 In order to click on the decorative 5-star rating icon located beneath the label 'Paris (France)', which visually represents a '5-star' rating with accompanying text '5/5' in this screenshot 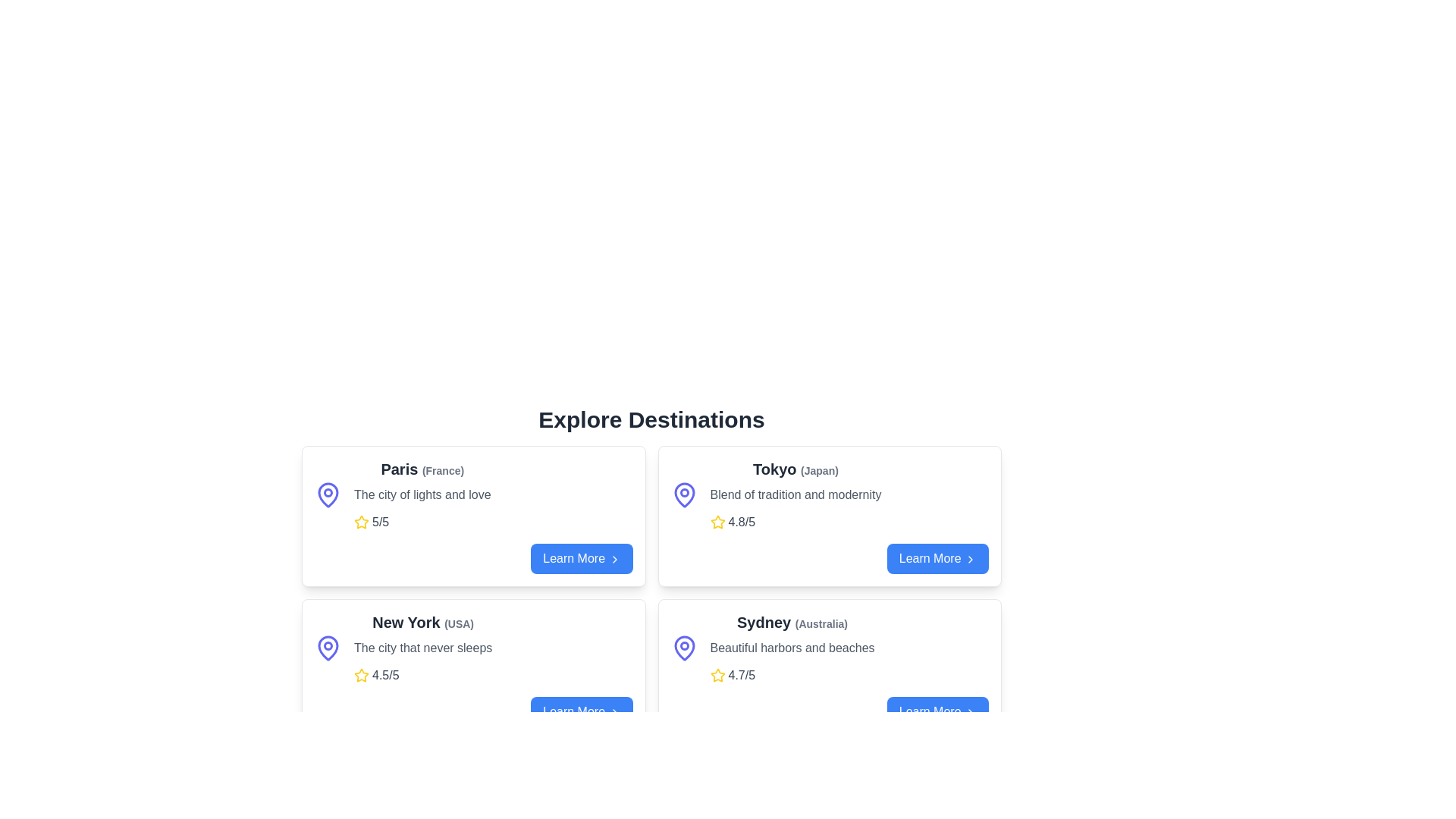, I will do `click(360, 522)`.